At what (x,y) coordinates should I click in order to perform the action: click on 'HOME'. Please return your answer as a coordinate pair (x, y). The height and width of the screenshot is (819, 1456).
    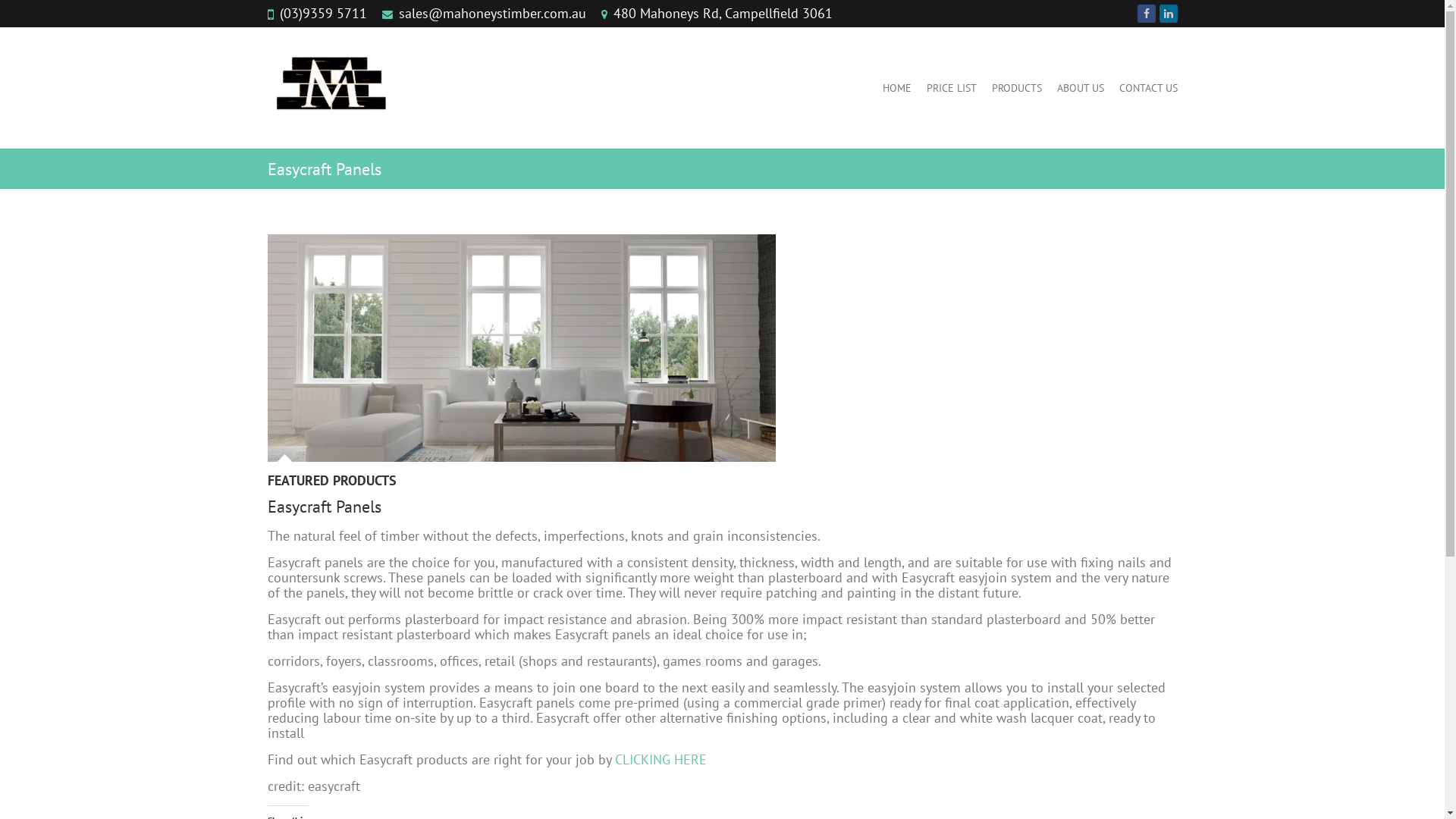
    Looking at the image, I should click on (896, 87).